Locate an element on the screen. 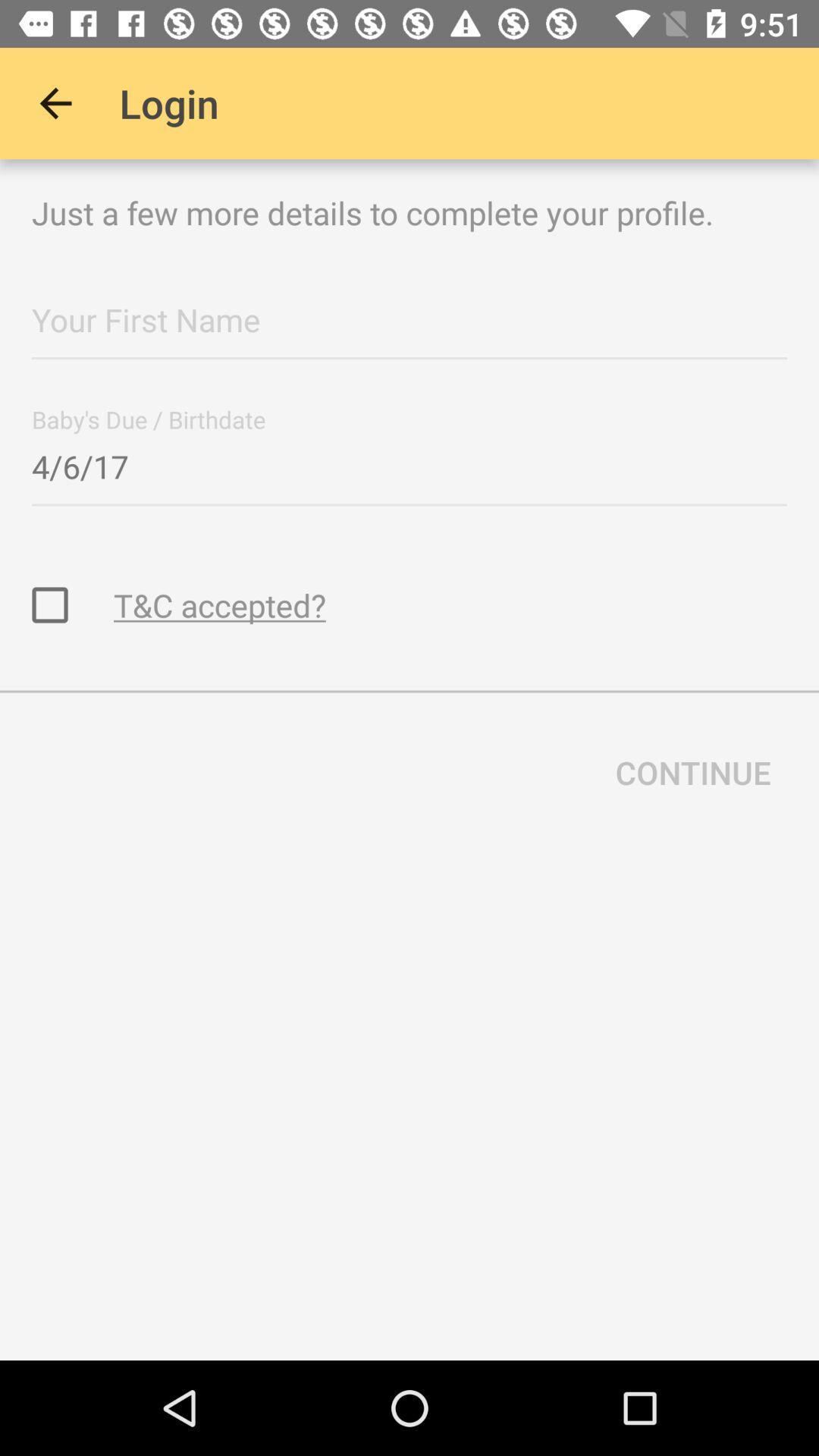 This screenshot has width=819, height=1456. the icon below the 4/6/17 item is located at coordinates (219, 604).